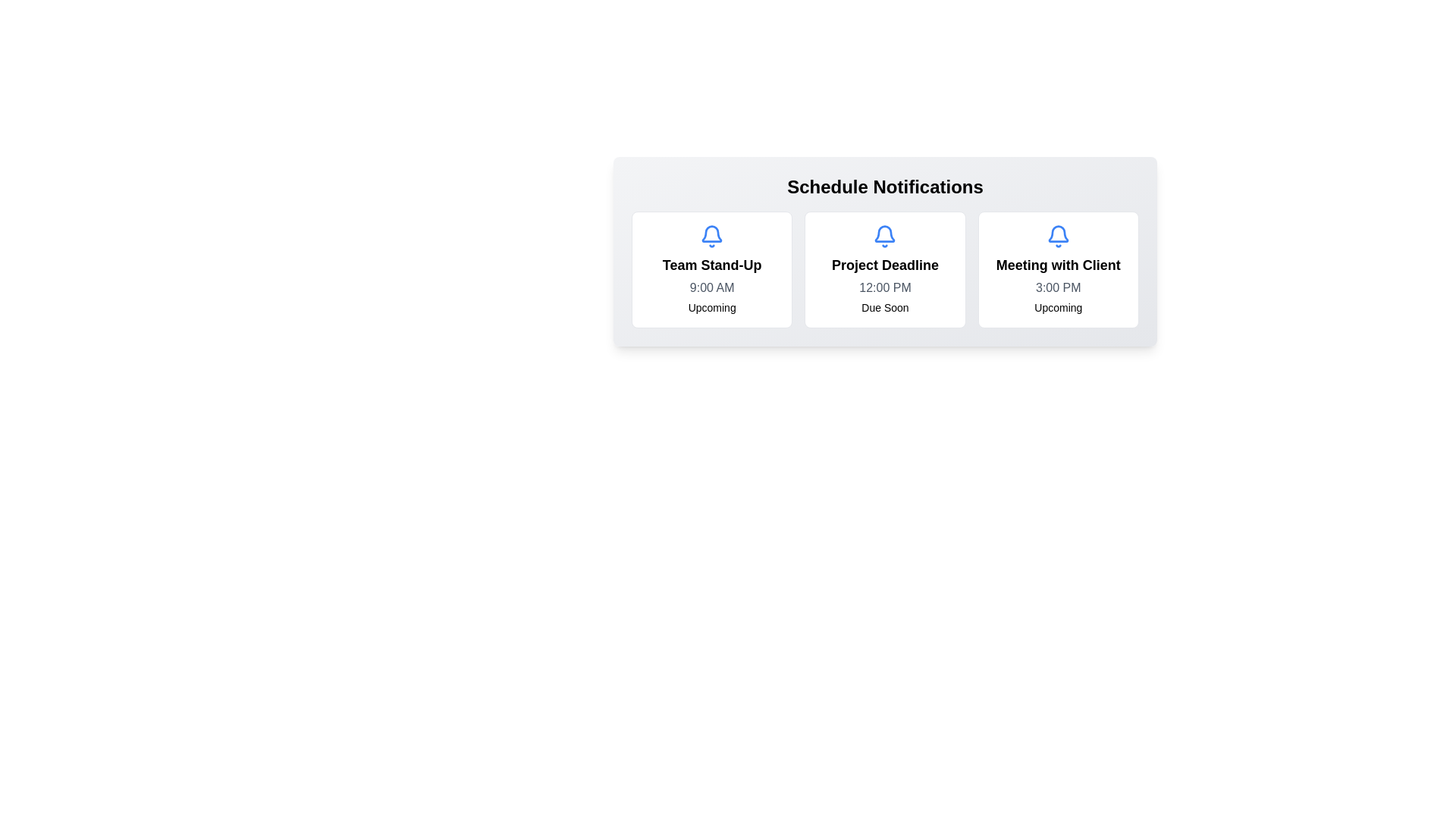  I want to click on the text label displaying 'Meeting with Client', which is styled in a large, bold font and is positioned within the third card under 'Schedule Notifications', so click(1057, 265).